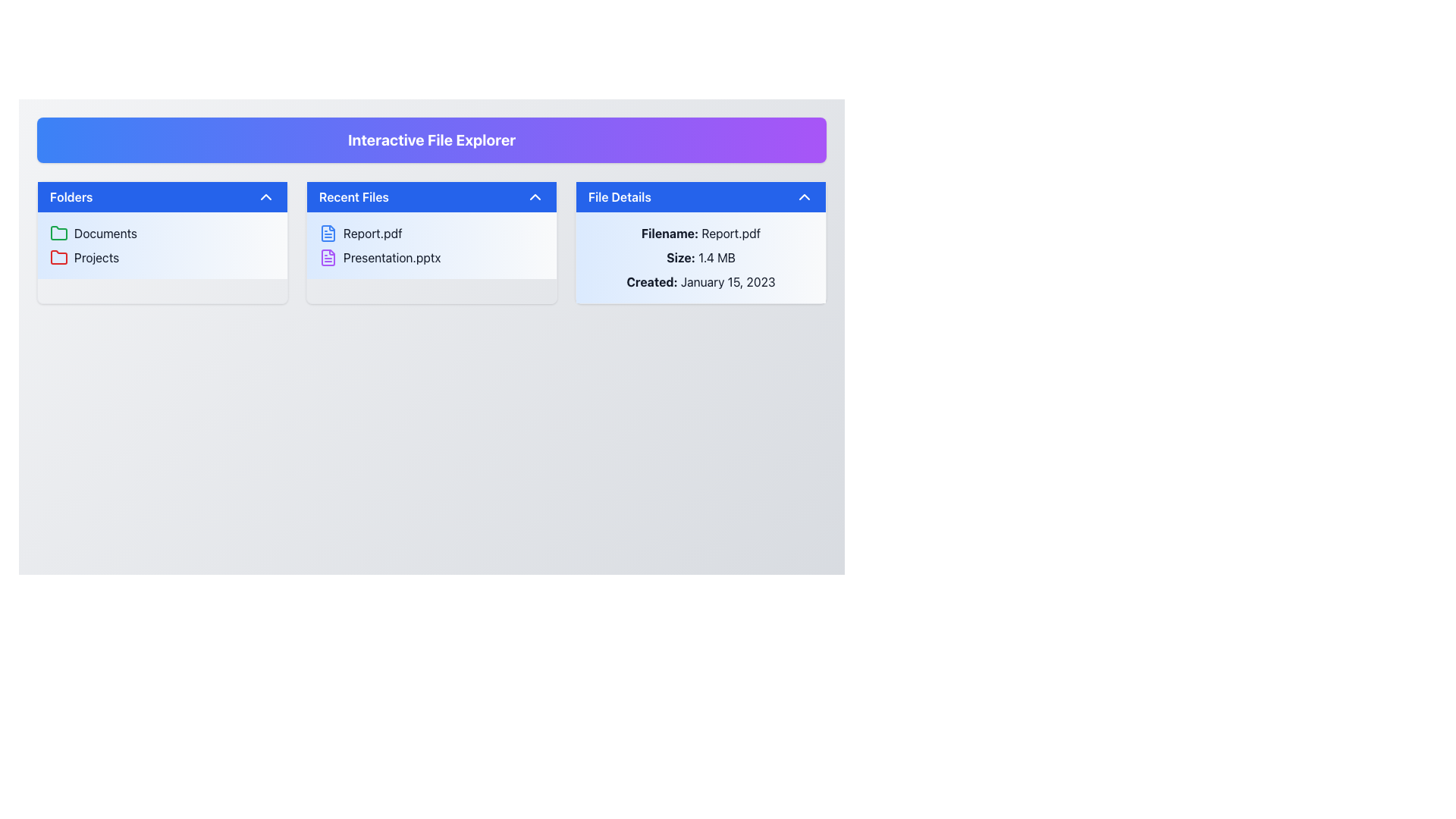  What do you see at coordinates (353, 196) in the screenshot?
I see `the Text Label indicating 'Recent Files', which serves as the title for recently accessed files and is positioned centrally in the middle section of its row, adjacent to the chevron icon` at bounding box center [353, 196].